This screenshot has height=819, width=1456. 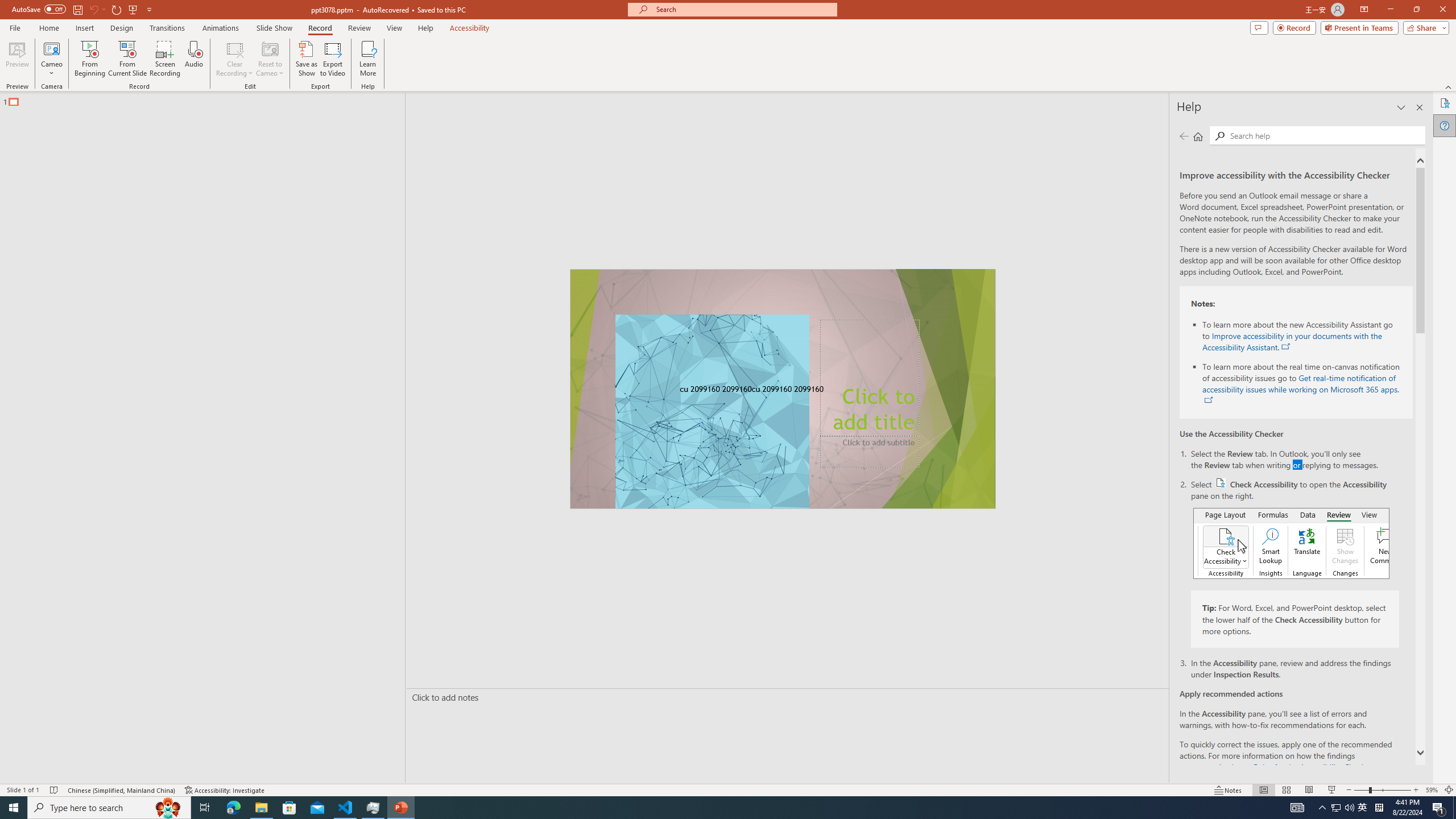 What do you see at coordinates (89, 59) in the screenshot?
I see `'From Beginning...'` at bounding box center [89, 59].